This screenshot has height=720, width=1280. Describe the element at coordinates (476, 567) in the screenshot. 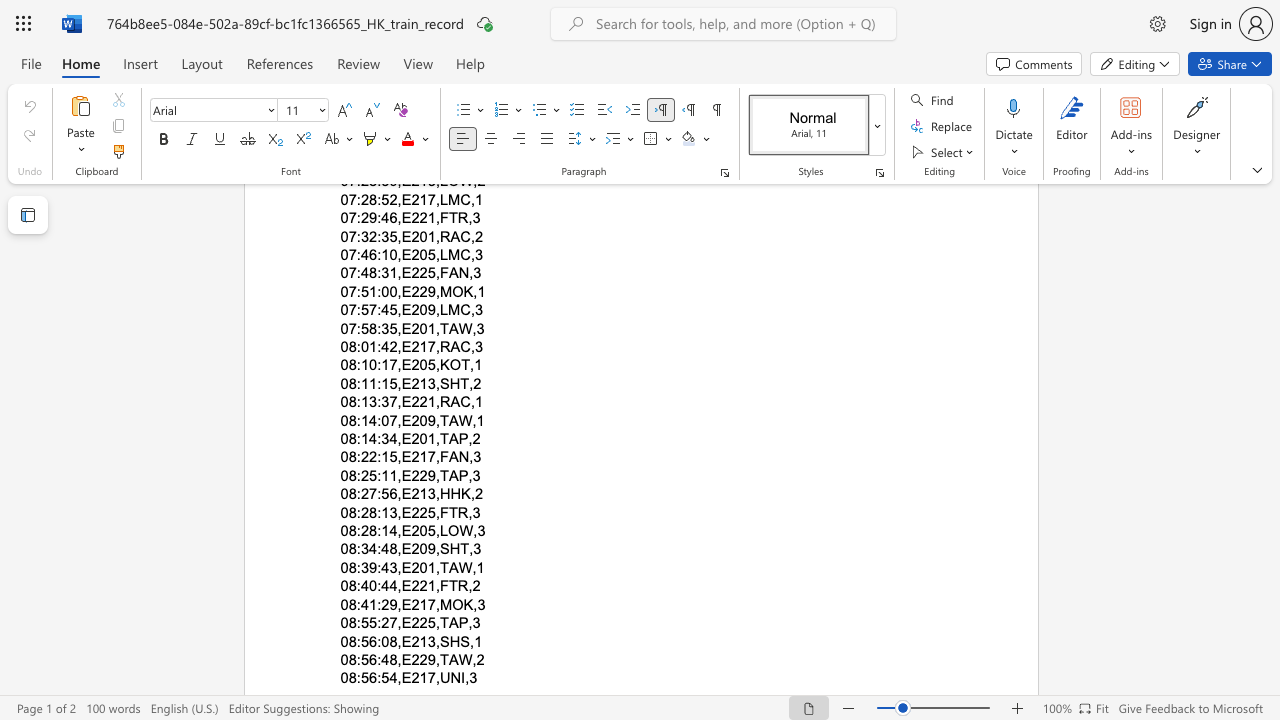

I see `the space between the continuous character "," and "1" in the text` at that location.